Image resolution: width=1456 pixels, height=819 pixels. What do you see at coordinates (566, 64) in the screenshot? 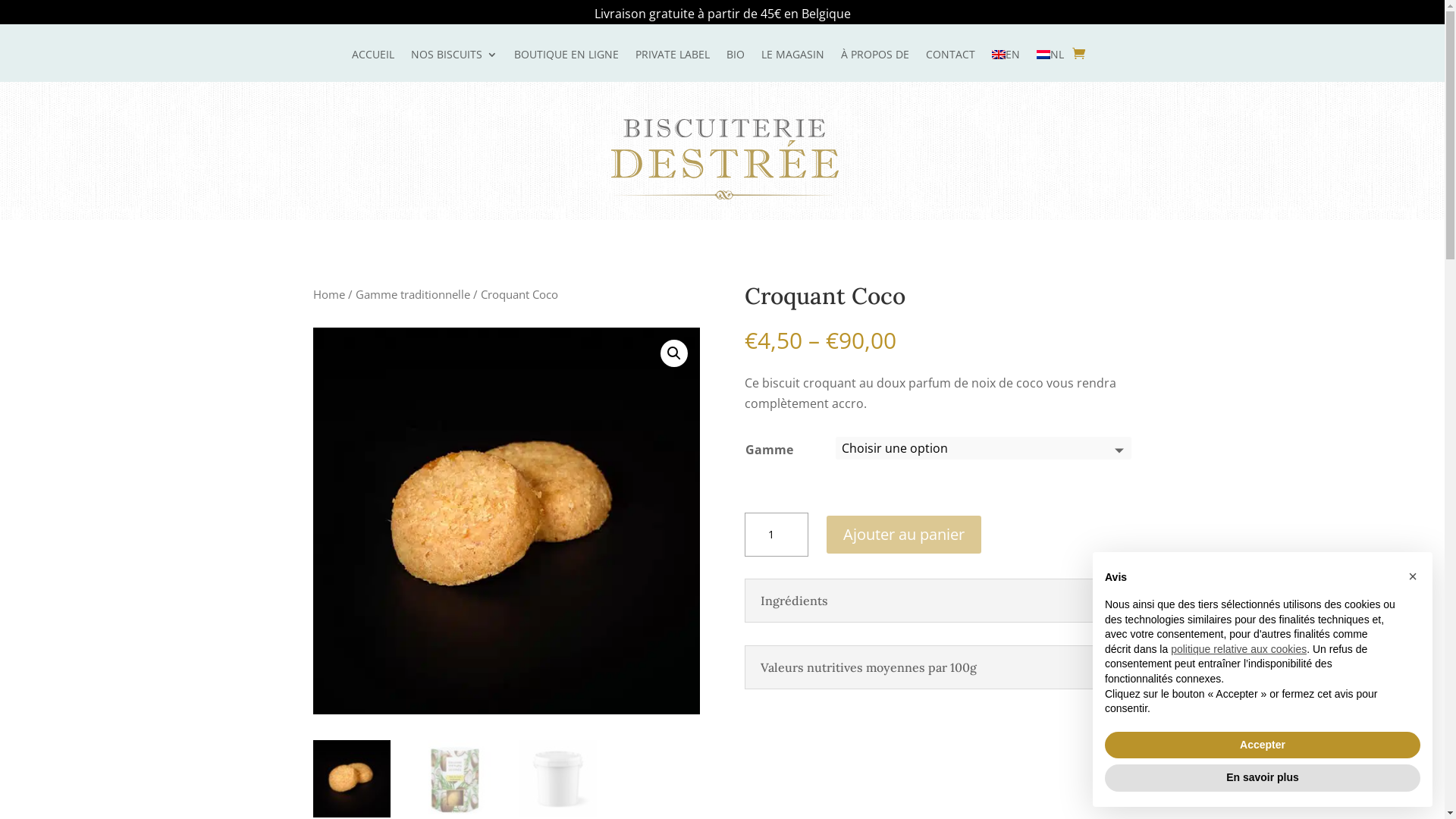
I see `'BOUTIQUE EN LIGNE'` at bounding box center [566, 64].